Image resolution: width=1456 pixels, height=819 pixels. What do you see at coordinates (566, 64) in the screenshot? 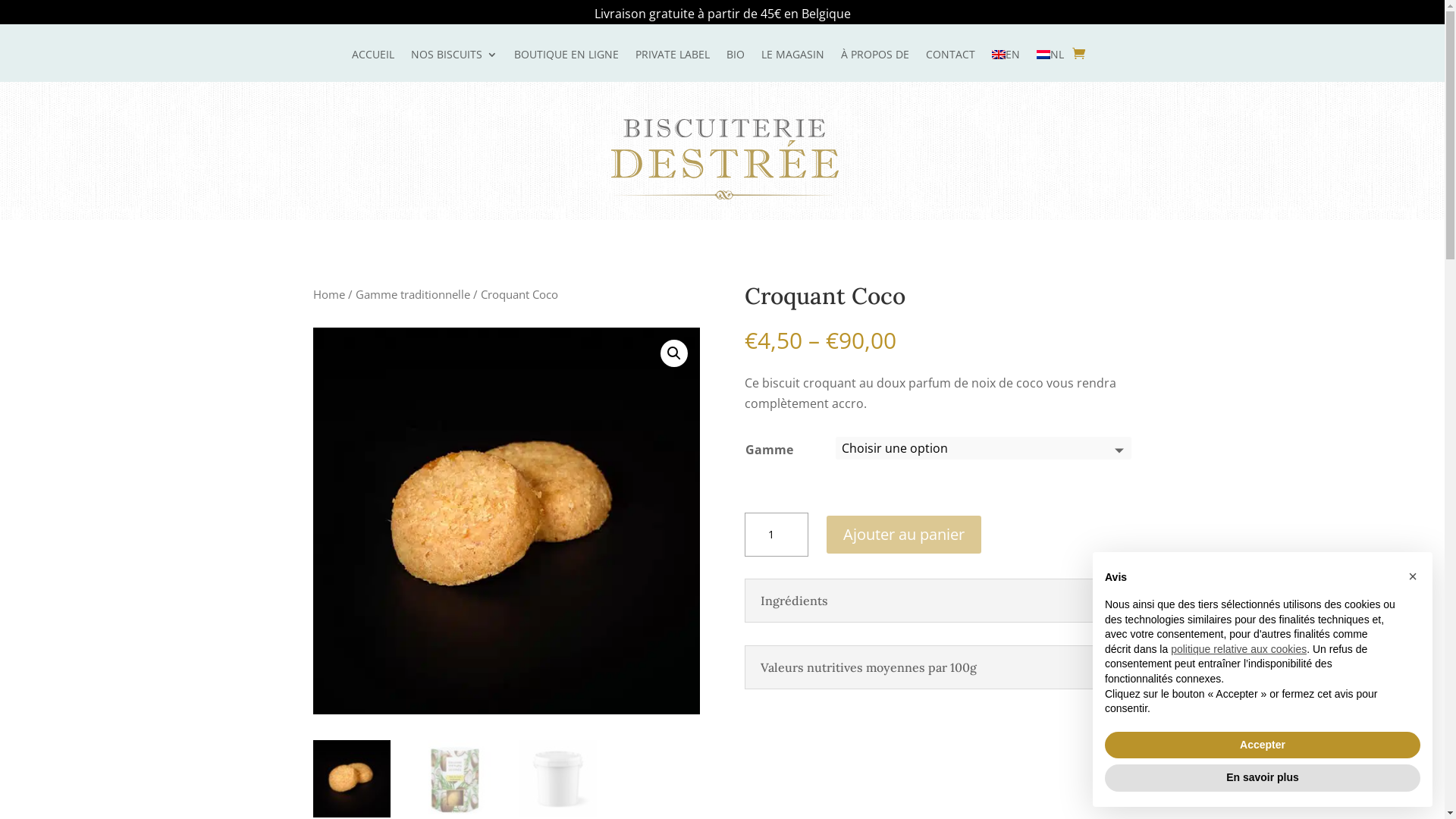
I see `'BOUTIQUE EN LIGNE'` at bounding box center [566, 64].